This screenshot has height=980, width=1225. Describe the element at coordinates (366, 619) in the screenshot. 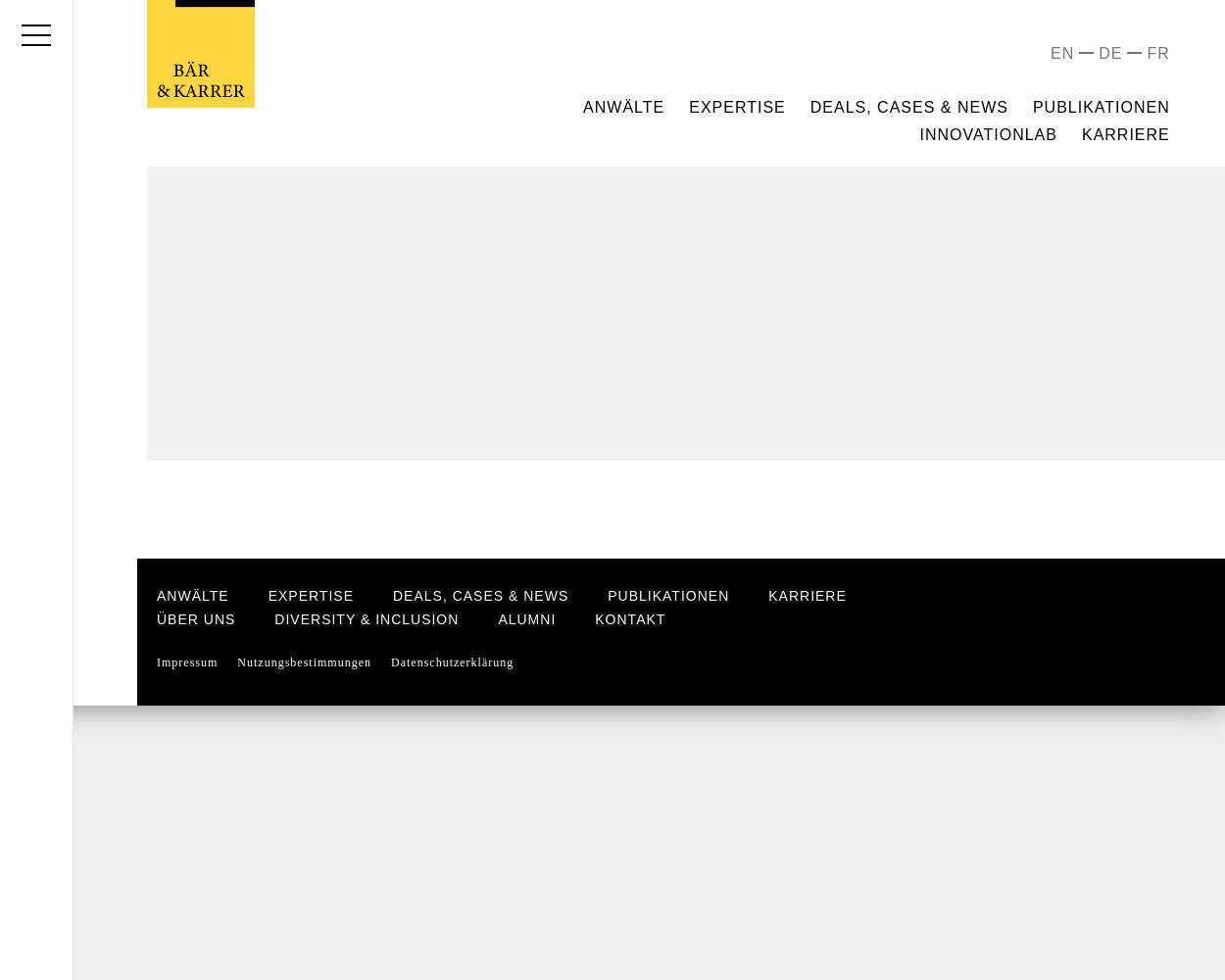

I see `'Diversity & Inclusion'` at that location.